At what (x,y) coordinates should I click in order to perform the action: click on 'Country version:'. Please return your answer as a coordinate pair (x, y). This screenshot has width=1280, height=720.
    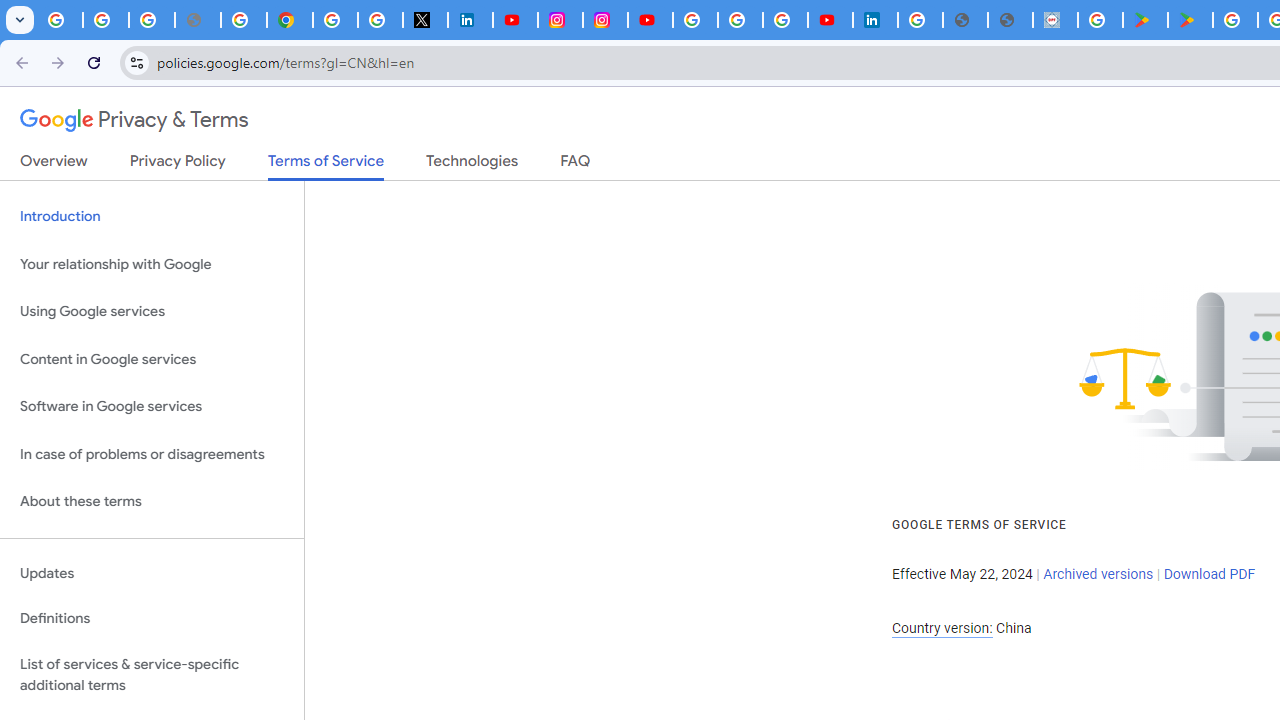
    Looking at the image, I should click on (941, 627).